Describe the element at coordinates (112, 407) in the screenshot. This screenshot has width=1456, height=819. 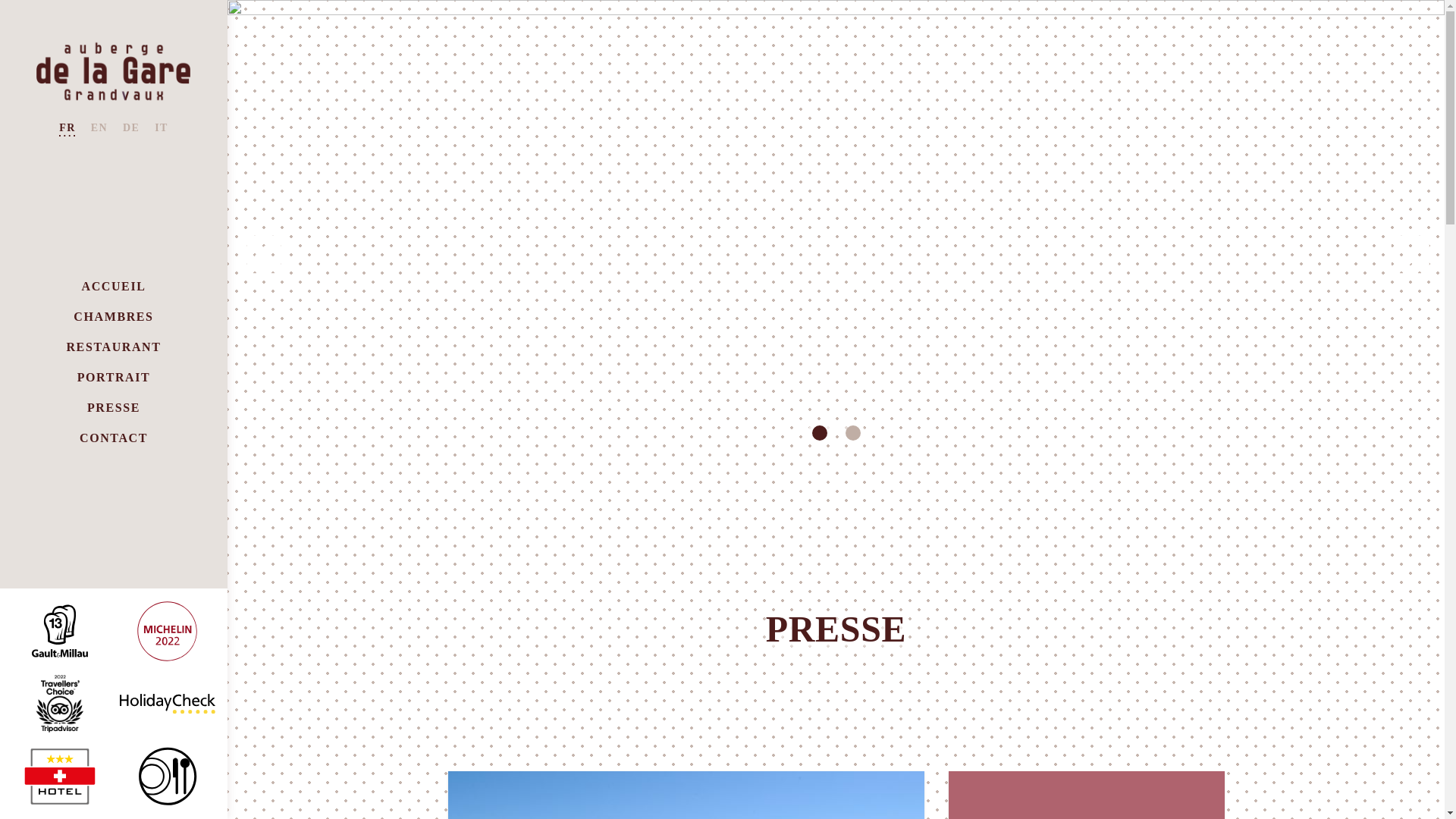
I see `'PRESSE'` at that location.